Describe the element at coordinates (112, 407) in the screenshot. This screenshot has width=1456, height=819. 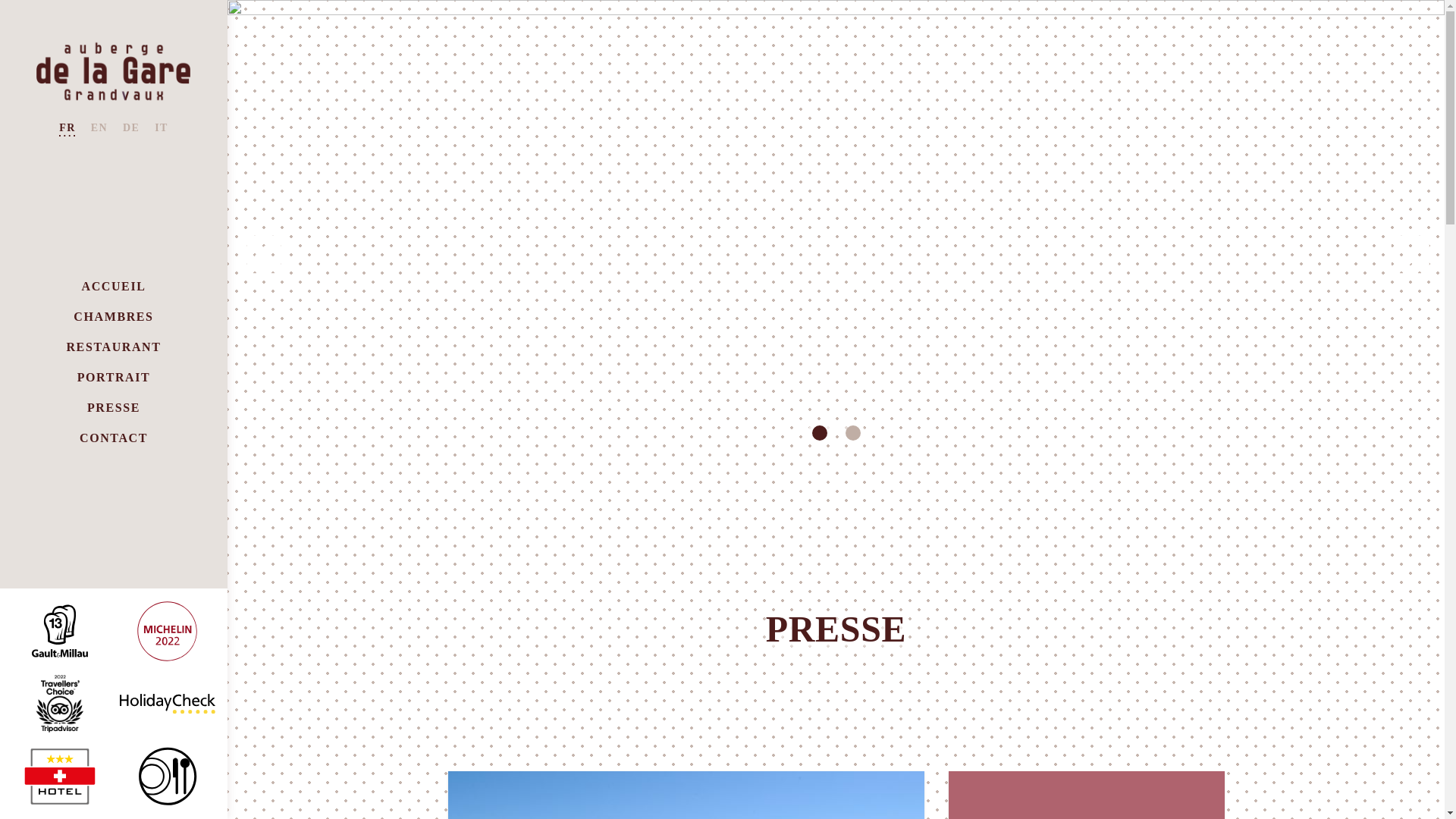
I see `'PRESSE'` at that location.